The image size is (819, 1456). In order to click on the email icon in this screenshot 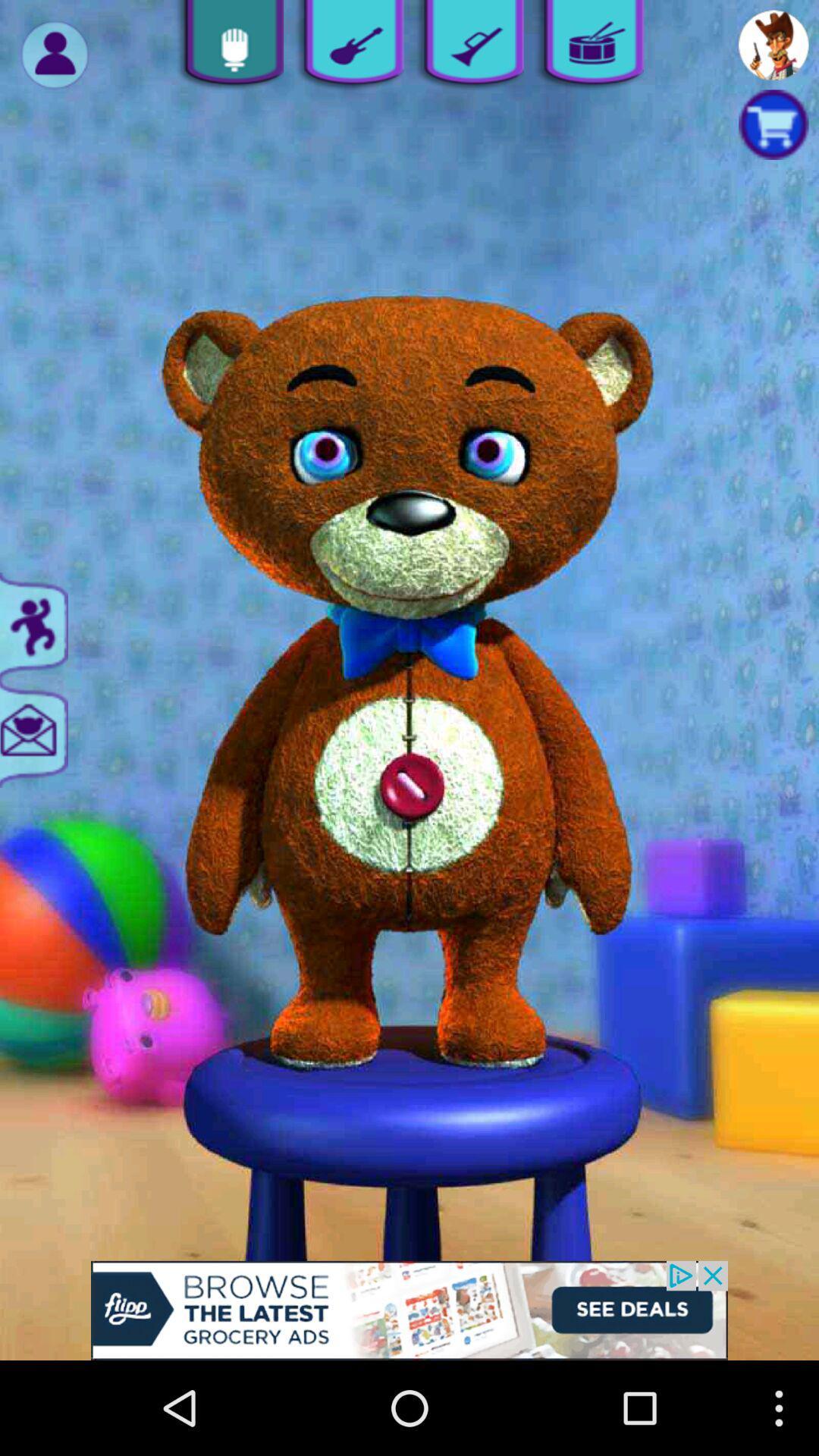, I will do `click(34, 785)`.